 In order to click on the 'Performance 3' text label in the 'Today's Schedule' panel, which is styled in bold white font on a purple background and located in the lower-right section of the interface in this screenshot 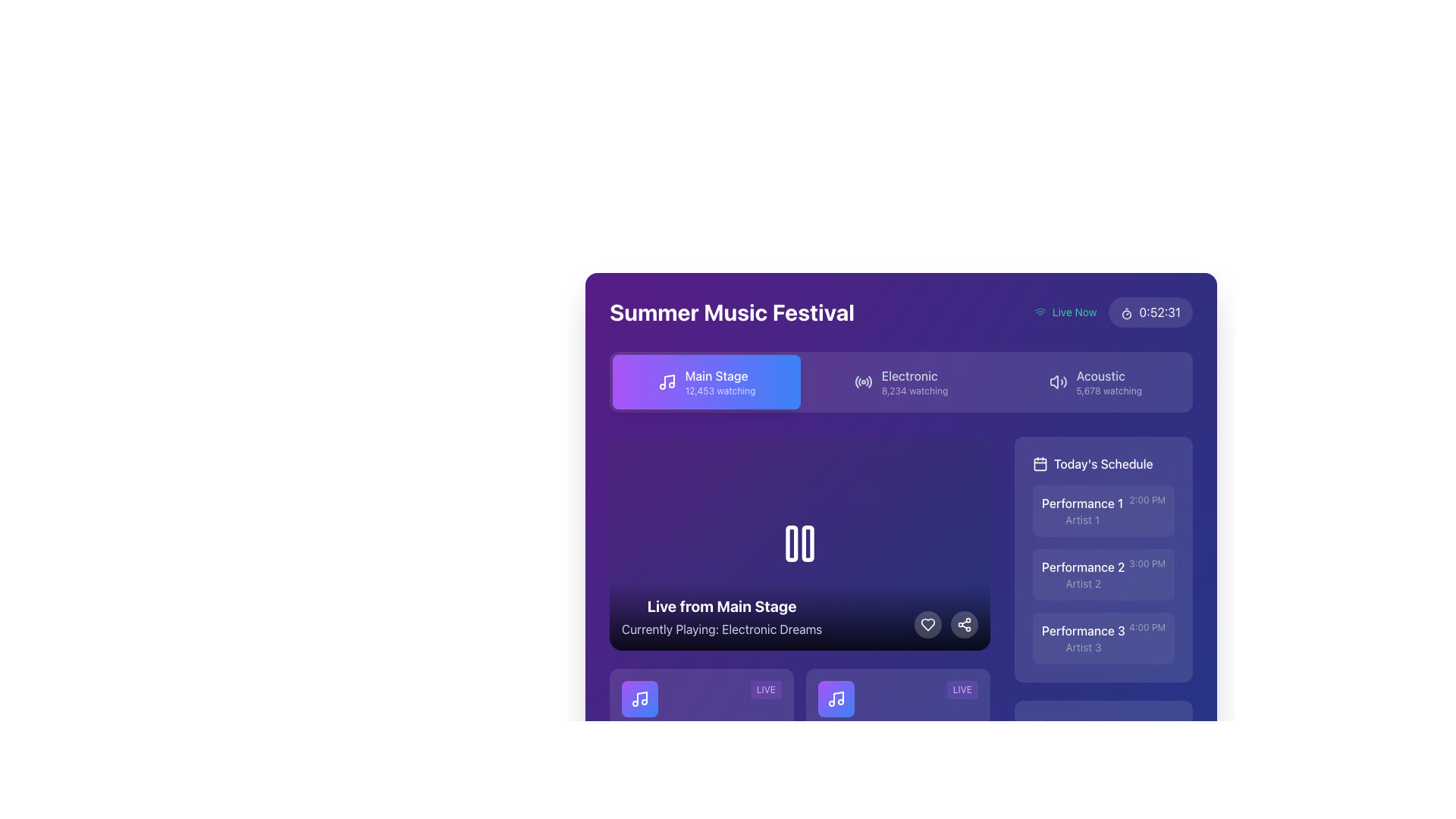, I will do `click(1082, 631)`.